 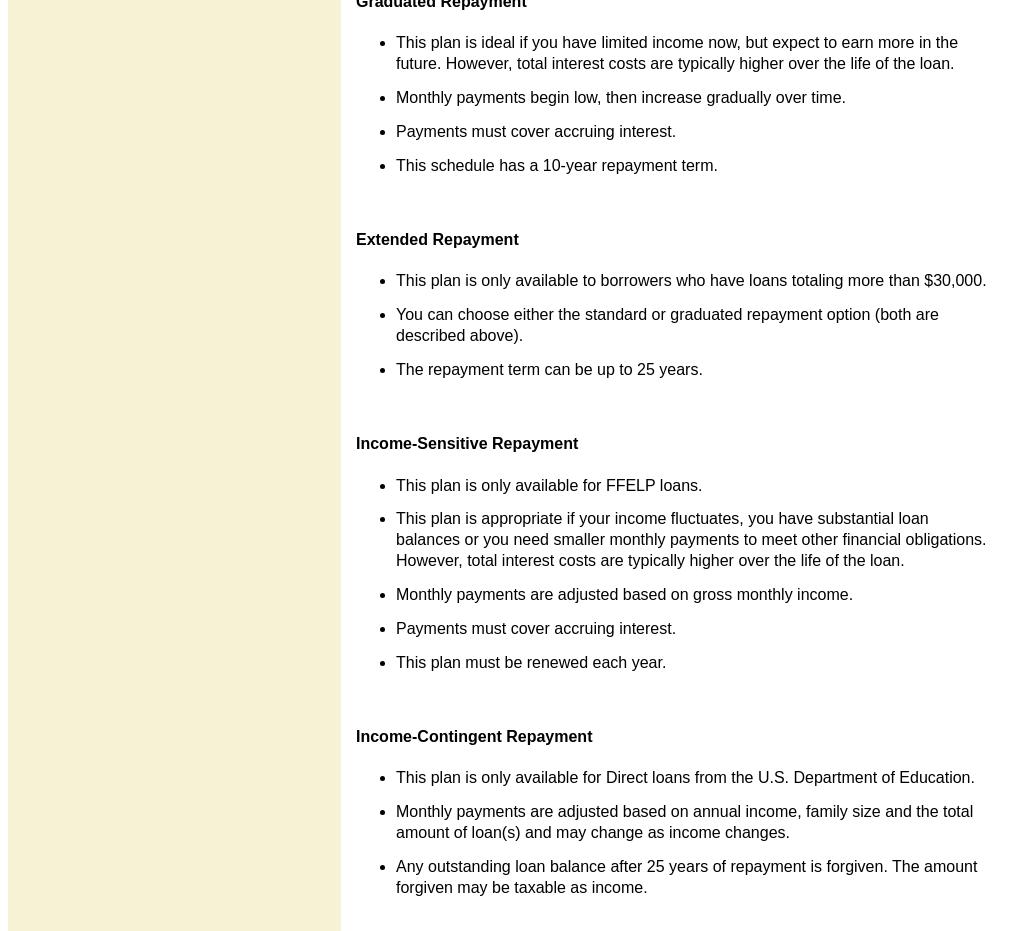 What do you see at coordinates (465, 442) in the screenshot?
I see `'Income-Sensitive Repayment'` at bounding box center [465, 442].